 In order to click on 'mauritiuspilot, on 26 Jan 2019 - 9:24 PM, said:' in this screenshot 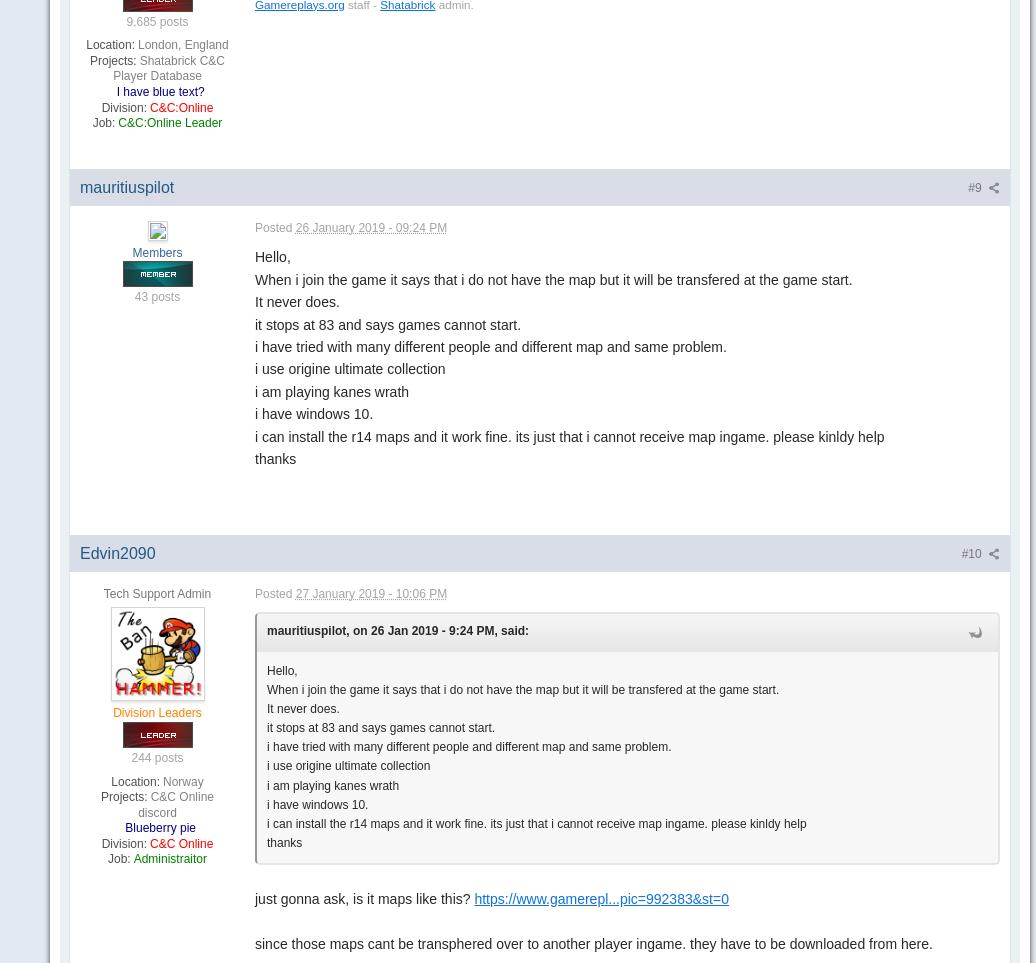, I will do `click(398, 629)`.